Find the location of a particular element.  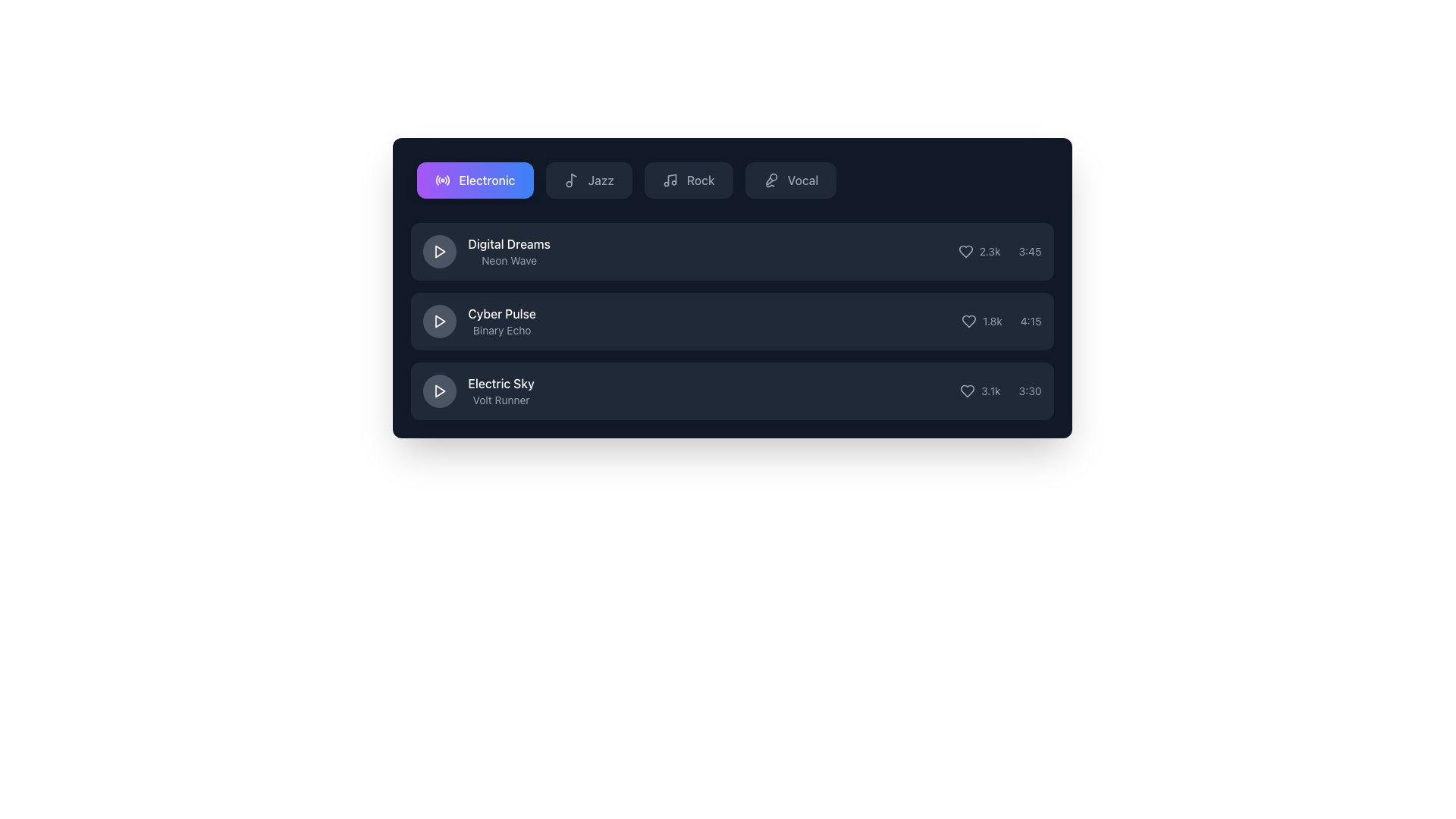

the heart icon and text combination displaying '2.3k' located in the first row of the list towards the right-hand side, adjacent to the duration indicator '3:45' is located at coordinates (979, 250).